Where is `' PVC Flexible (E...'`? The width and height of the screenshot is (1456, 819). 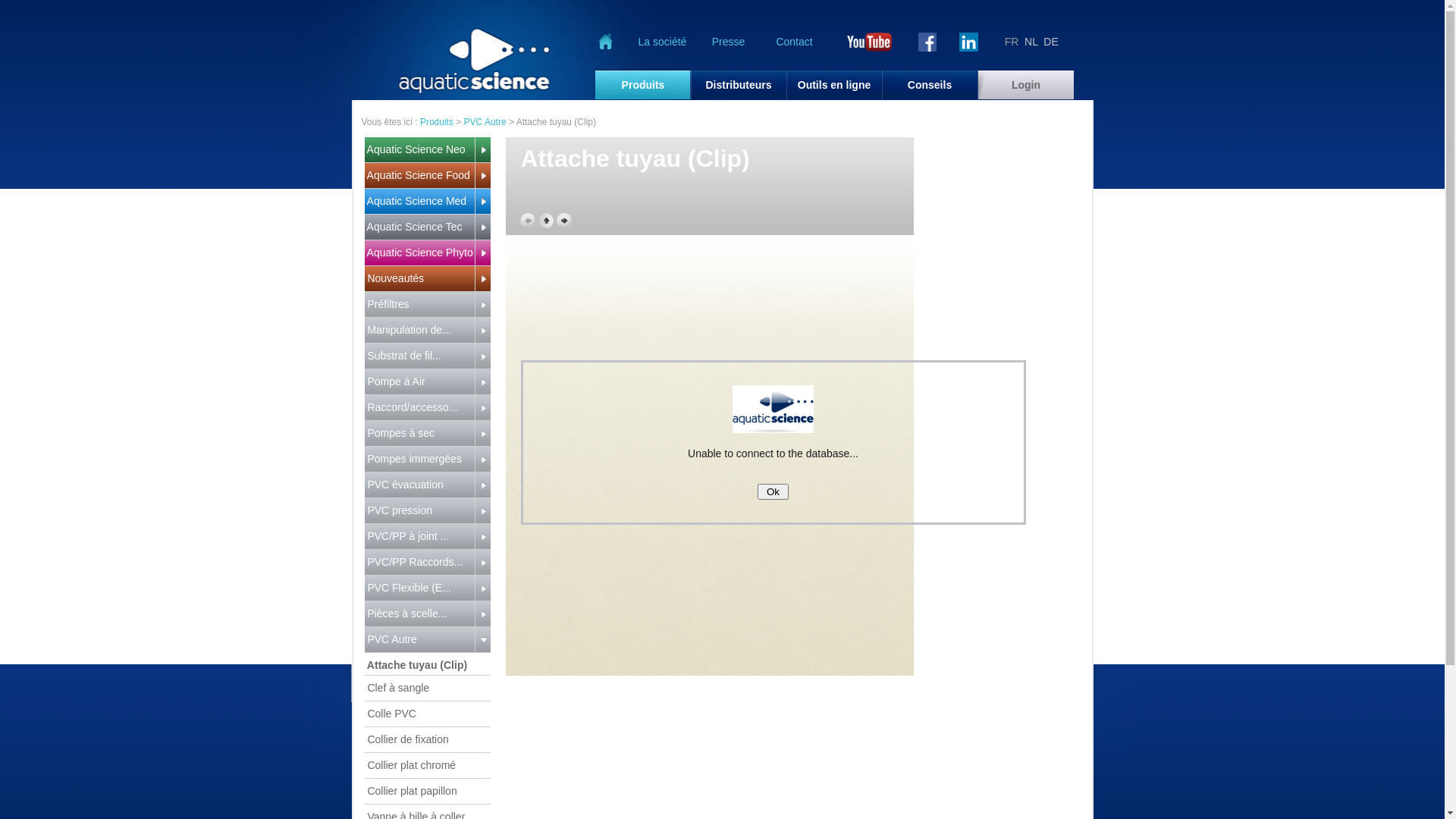 ' PVC Flexible (E...' is located at coordinates (364, 587).